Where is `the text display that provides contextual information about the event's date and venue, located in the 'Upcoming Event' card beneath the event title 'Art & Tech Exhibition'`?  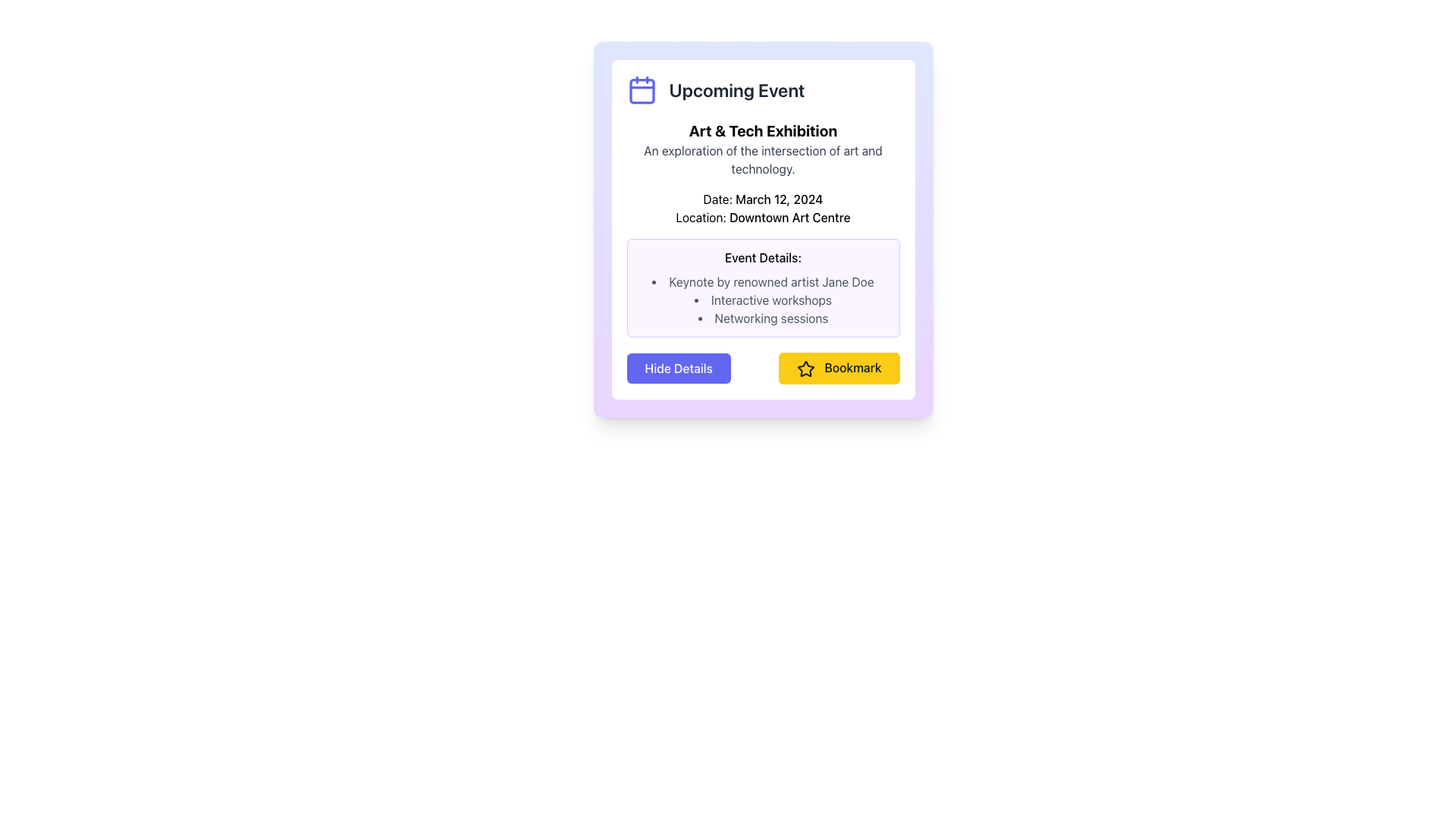 the text display that provides contextual information about the event's date and venue, located in the 'Upcoming Event' card beneath the event title 'Art & Tech Exhibition' is located at coordinates (763, 208).